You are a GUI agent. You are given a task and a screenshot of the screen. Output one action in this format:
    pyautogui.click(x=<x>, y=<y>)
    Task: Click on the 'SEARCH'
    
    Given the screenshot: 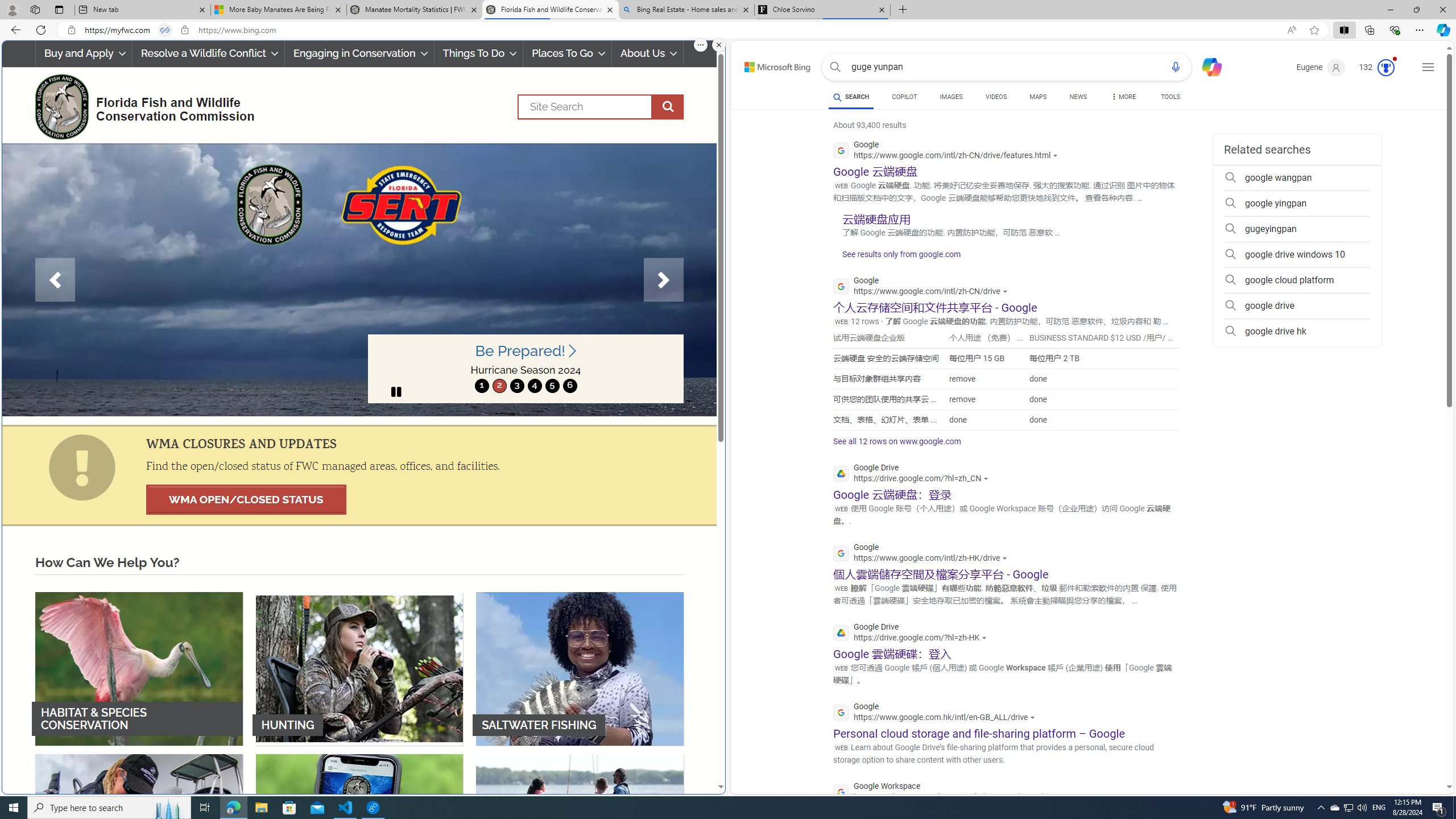 What is the action you would take?
    pyautogui.click(x=851, y=96)
    